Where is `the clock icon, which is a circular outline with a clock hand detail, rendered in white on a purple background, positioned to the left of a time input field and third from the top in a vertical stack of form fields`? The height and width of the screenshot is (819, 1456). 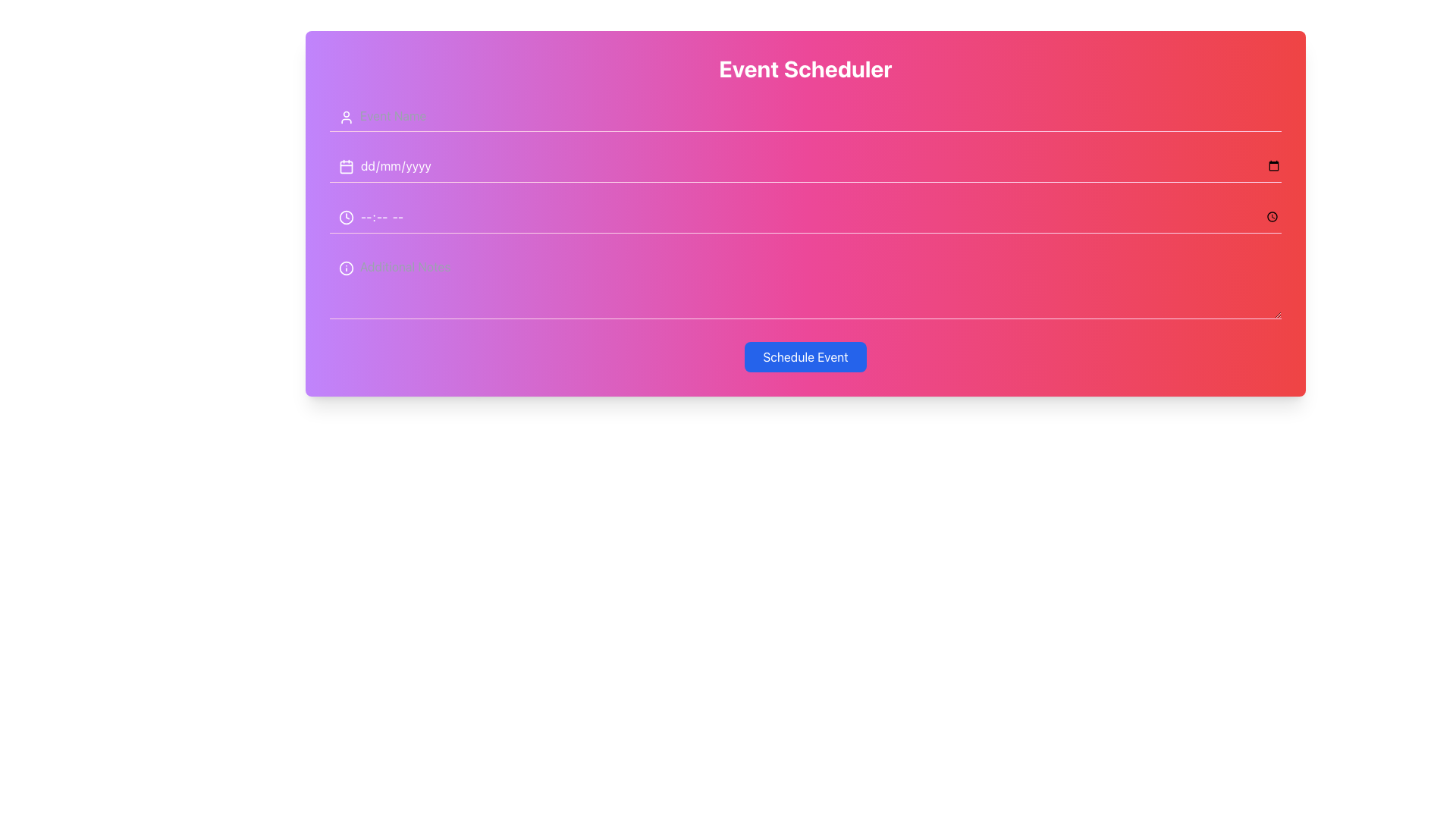
the clock icon, which is a circular outline with a clock hand detail, rendered in white on a purple background, positioned to the left of a time input field and third from the top in a vertical stack of form fields is located at coordinates (345, 217).